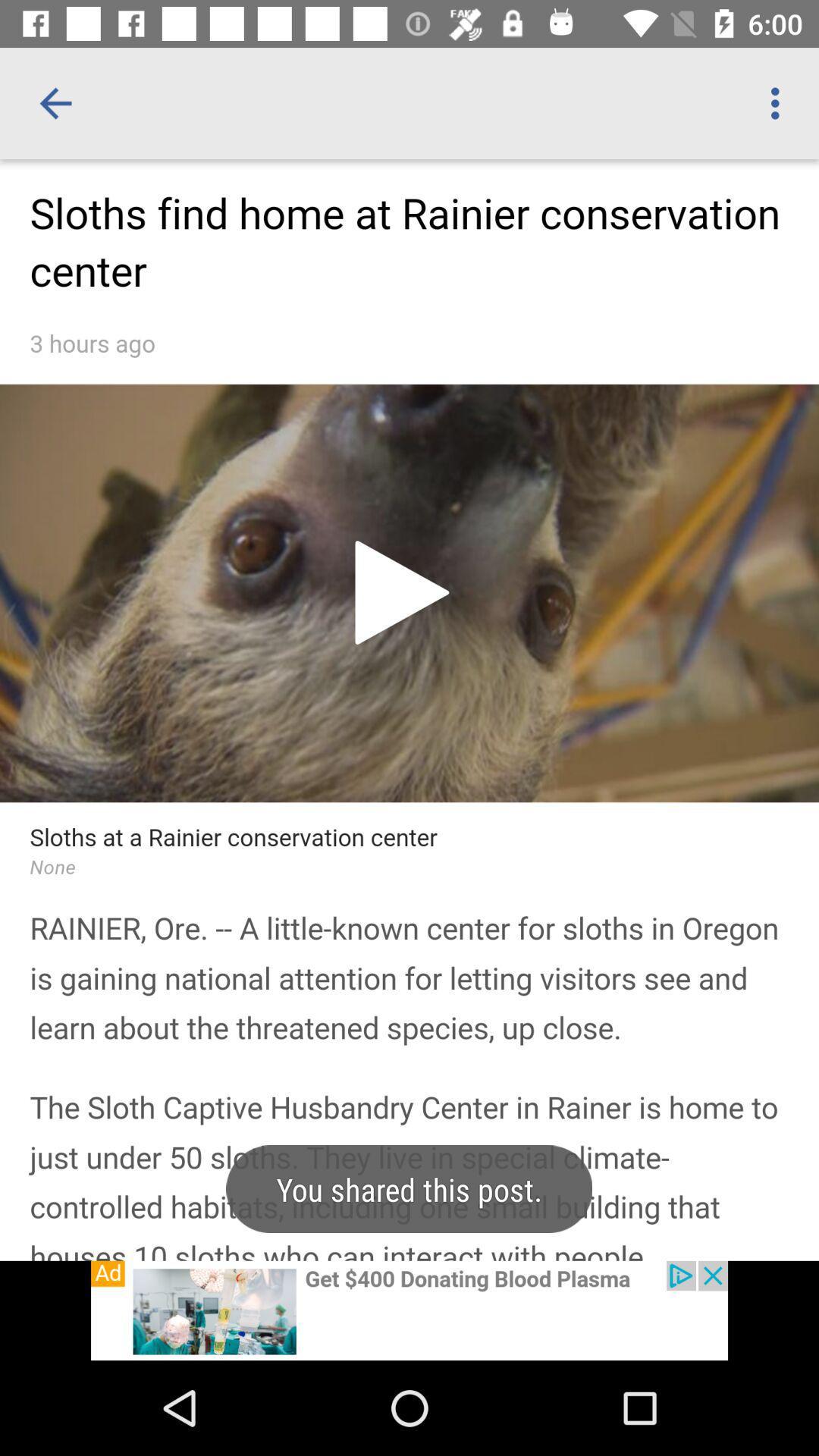 The image size is (819, 1456). Describe the element at coordinates (409, 1310) in the screenshot. I see `click advertisement` at that location.